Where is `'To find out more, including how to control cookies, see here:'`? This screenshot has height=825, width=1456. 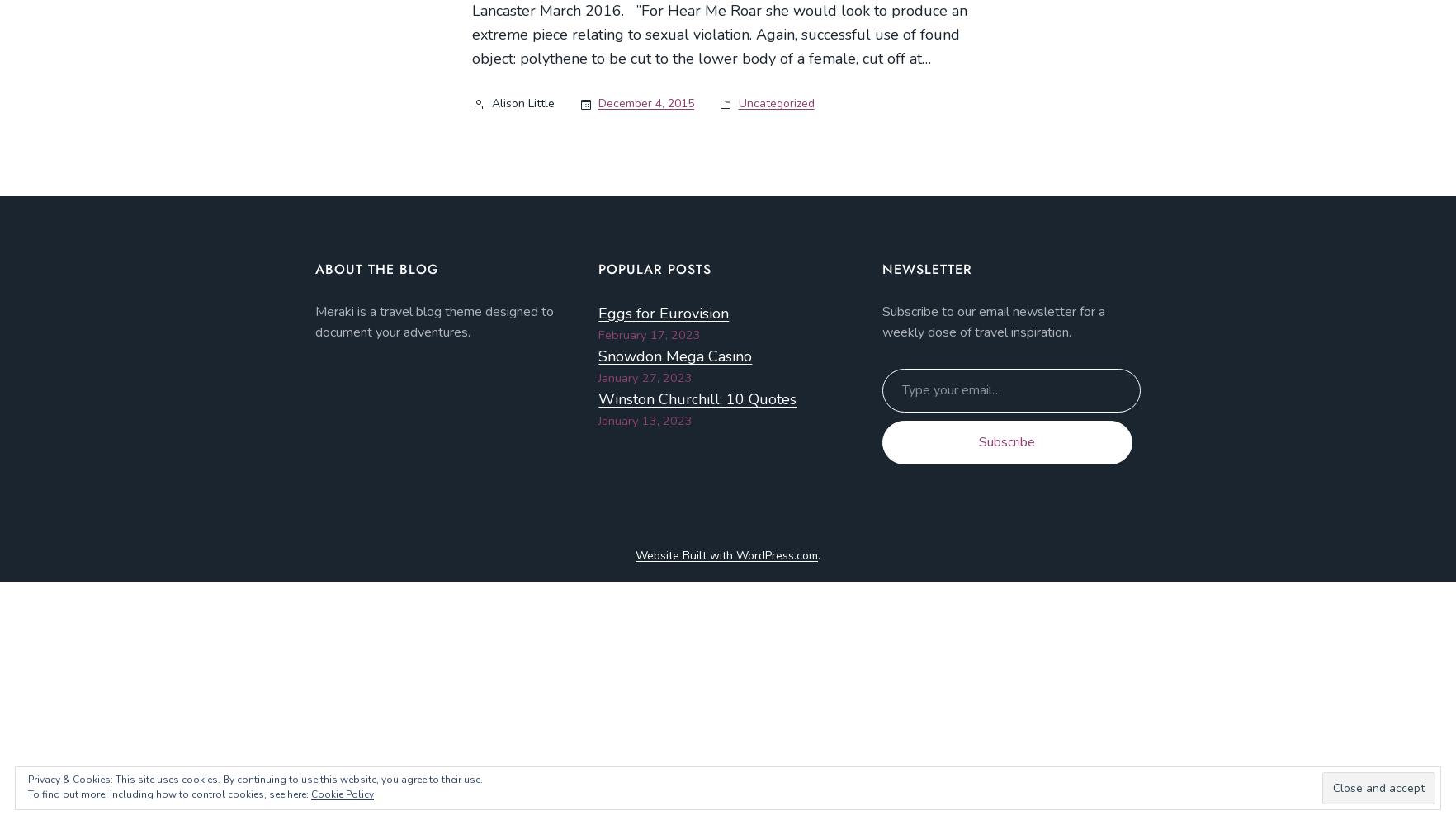
'To find out more, including how to control cookies, see here:' is located at coordinates (169, 794).